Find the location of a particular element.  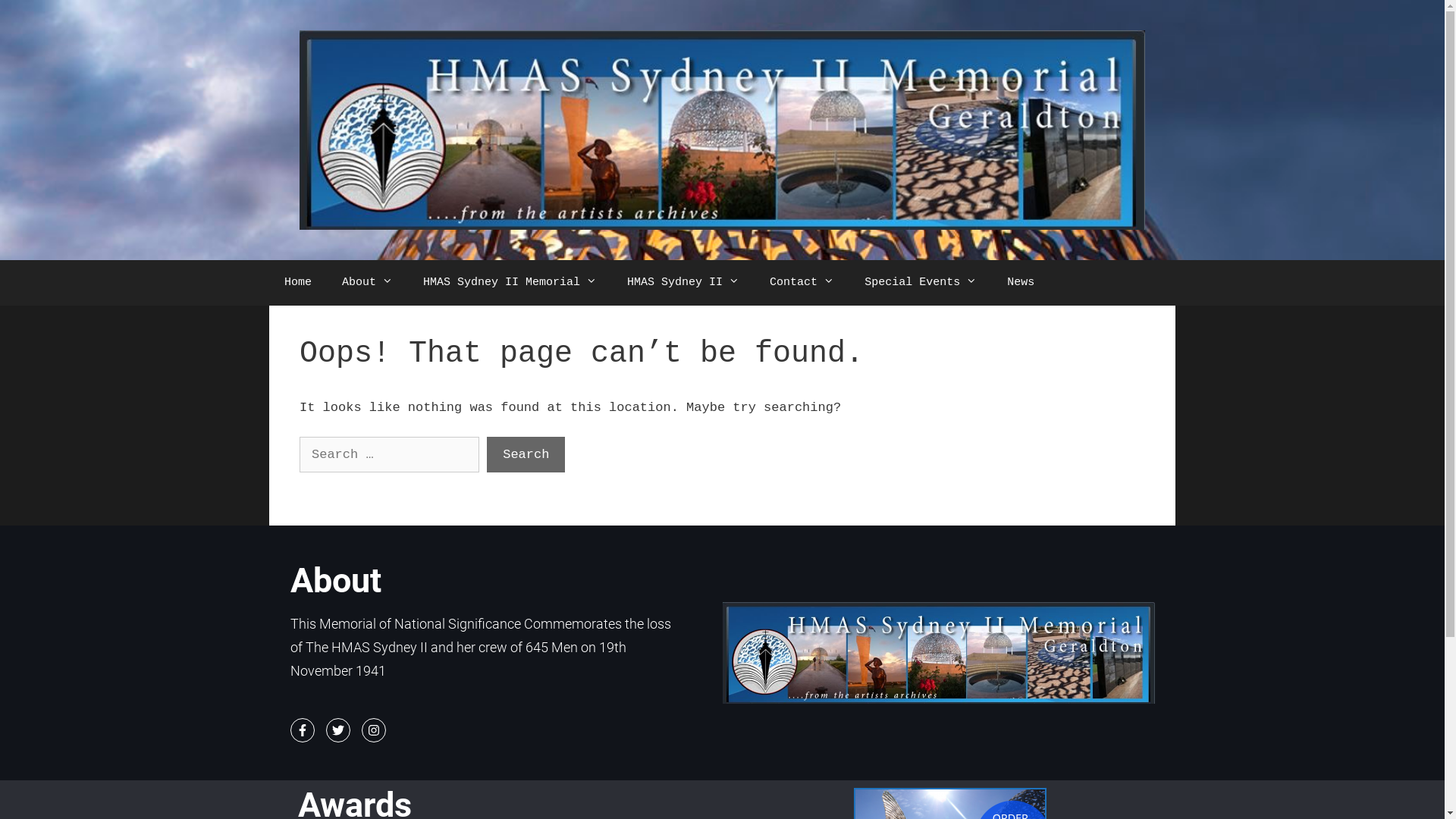

'Search for:' is located at coordinates (299, 454).